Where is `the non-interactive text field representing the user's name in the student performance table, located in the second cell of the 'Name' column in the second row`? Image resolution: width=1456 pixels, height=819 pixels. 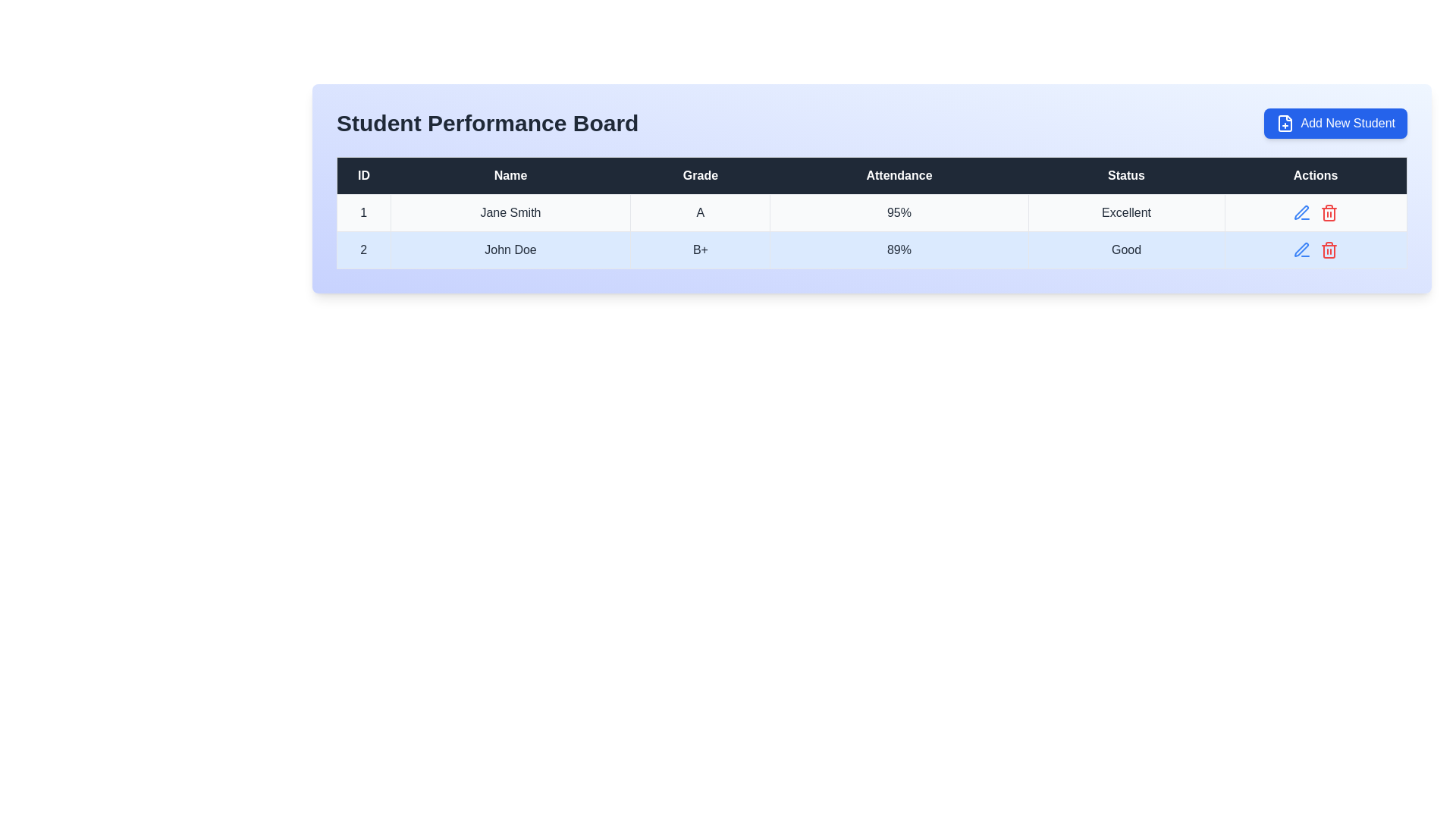 the non-interactive text field representing the user's name in the student performance table, located in the second cell of the 'Name' column in the second row is located at coordinates (510, 249).